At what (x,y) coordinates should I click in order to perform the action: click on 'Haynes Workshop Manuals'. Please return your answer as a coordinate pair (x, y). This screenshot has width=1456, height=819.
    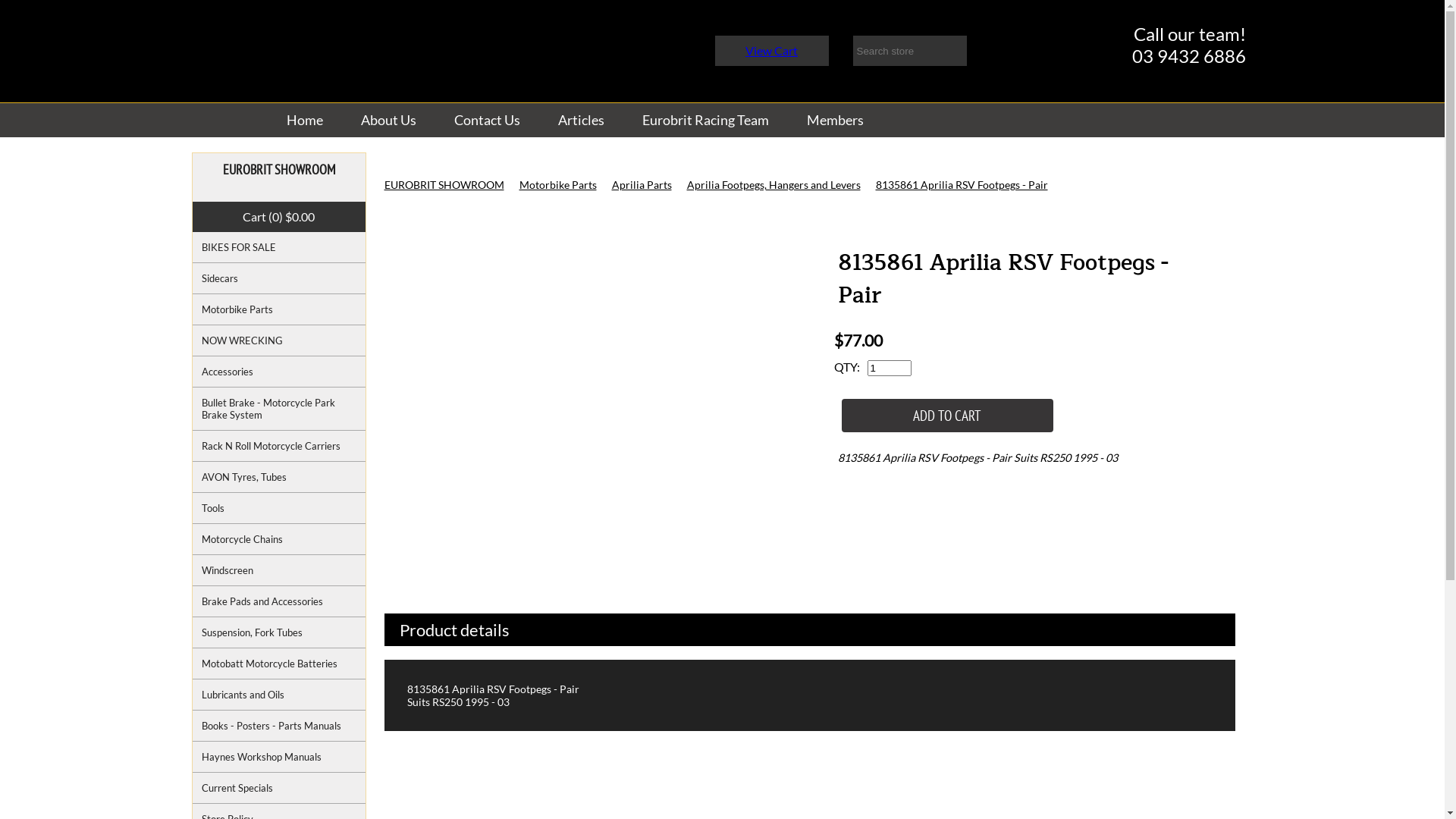
    Looking at the image, I should click on (279, 757).